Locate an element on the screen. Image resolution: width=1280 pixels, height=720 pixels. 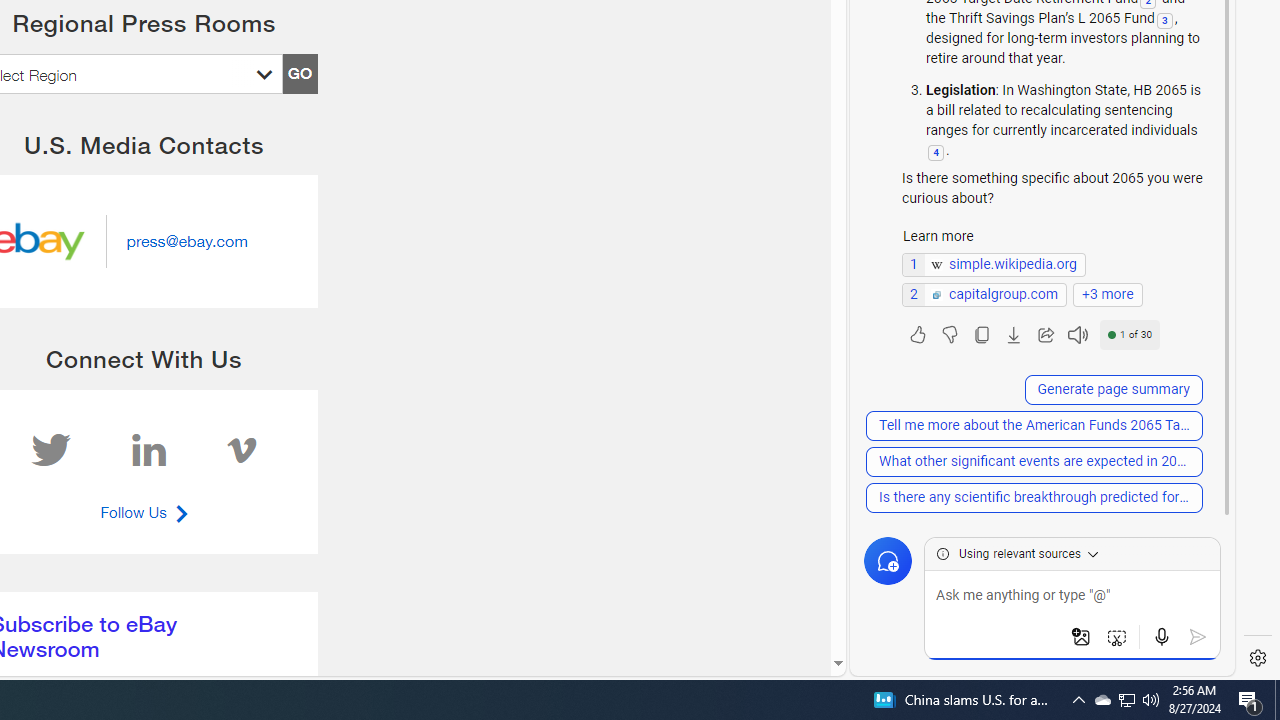
'GO' is located at coordinates (298, 72).